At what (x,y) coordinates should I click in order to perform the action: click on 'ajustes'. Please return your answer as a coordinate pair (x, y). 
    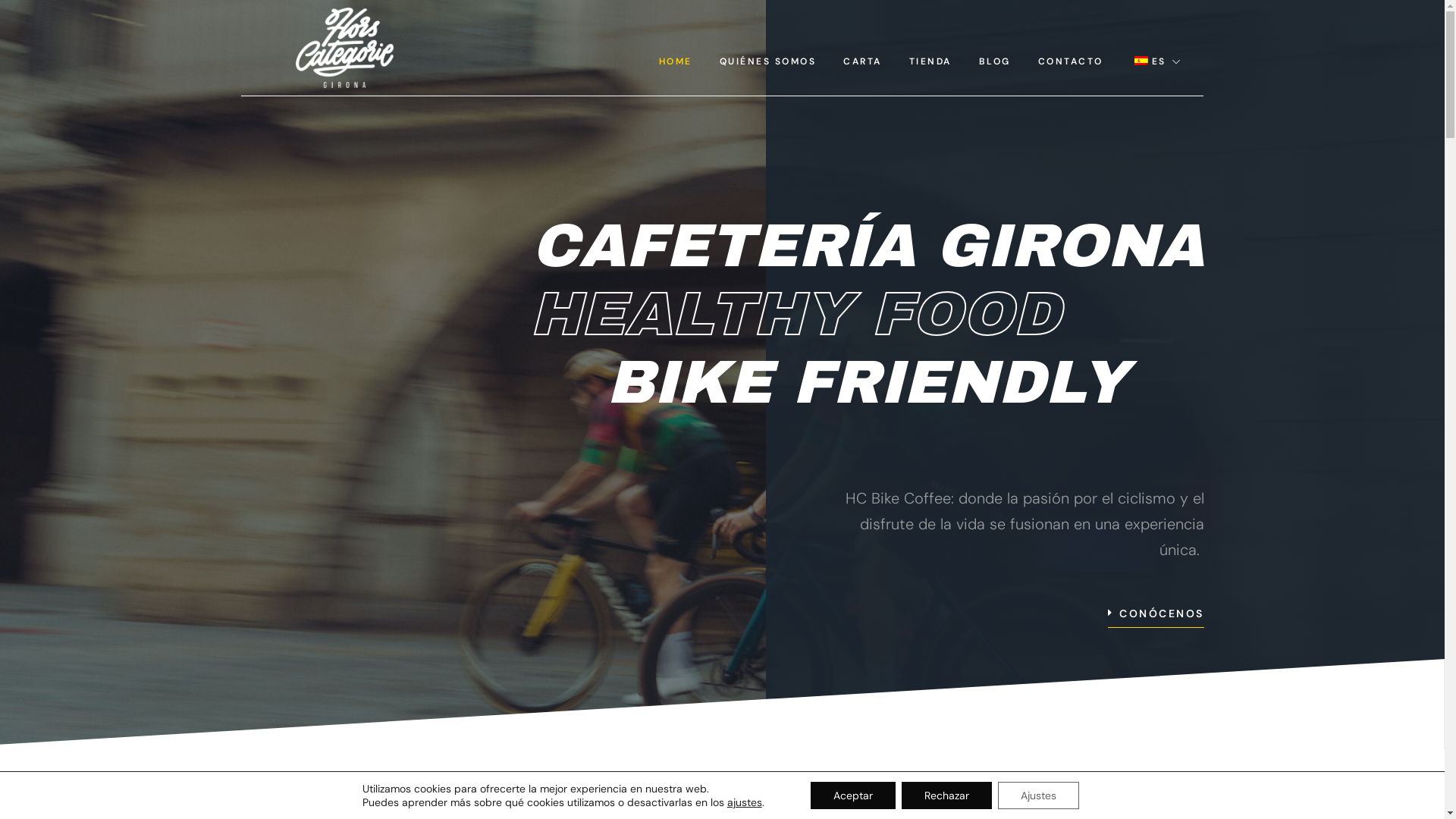
    Looking at the image, I should click on (745, 801).